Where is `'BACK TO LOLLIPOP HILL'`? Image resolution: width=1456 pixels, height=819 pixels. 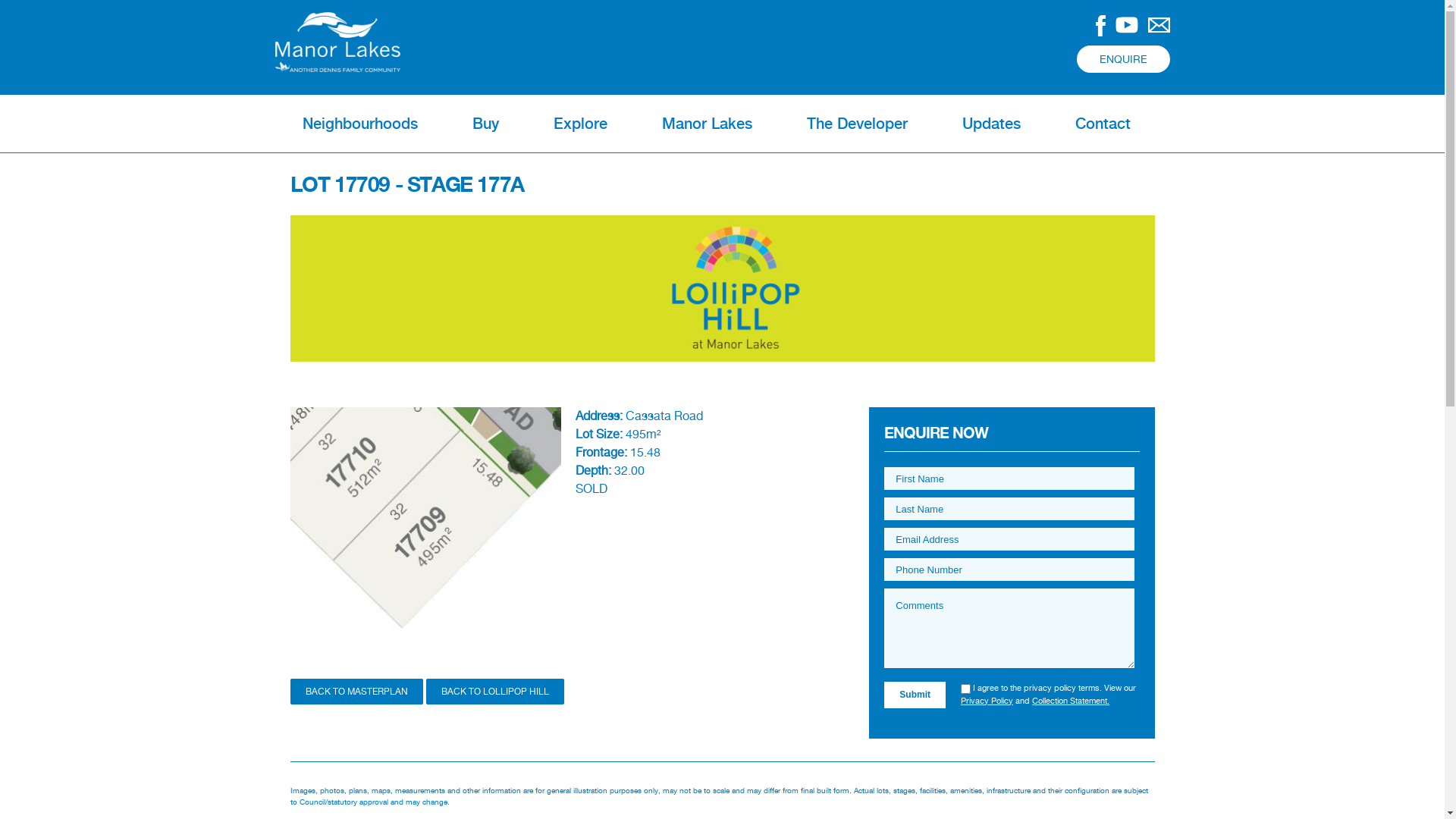
'BACK TO LOLLIPOP HILL' is located at coordinates (494, 691).